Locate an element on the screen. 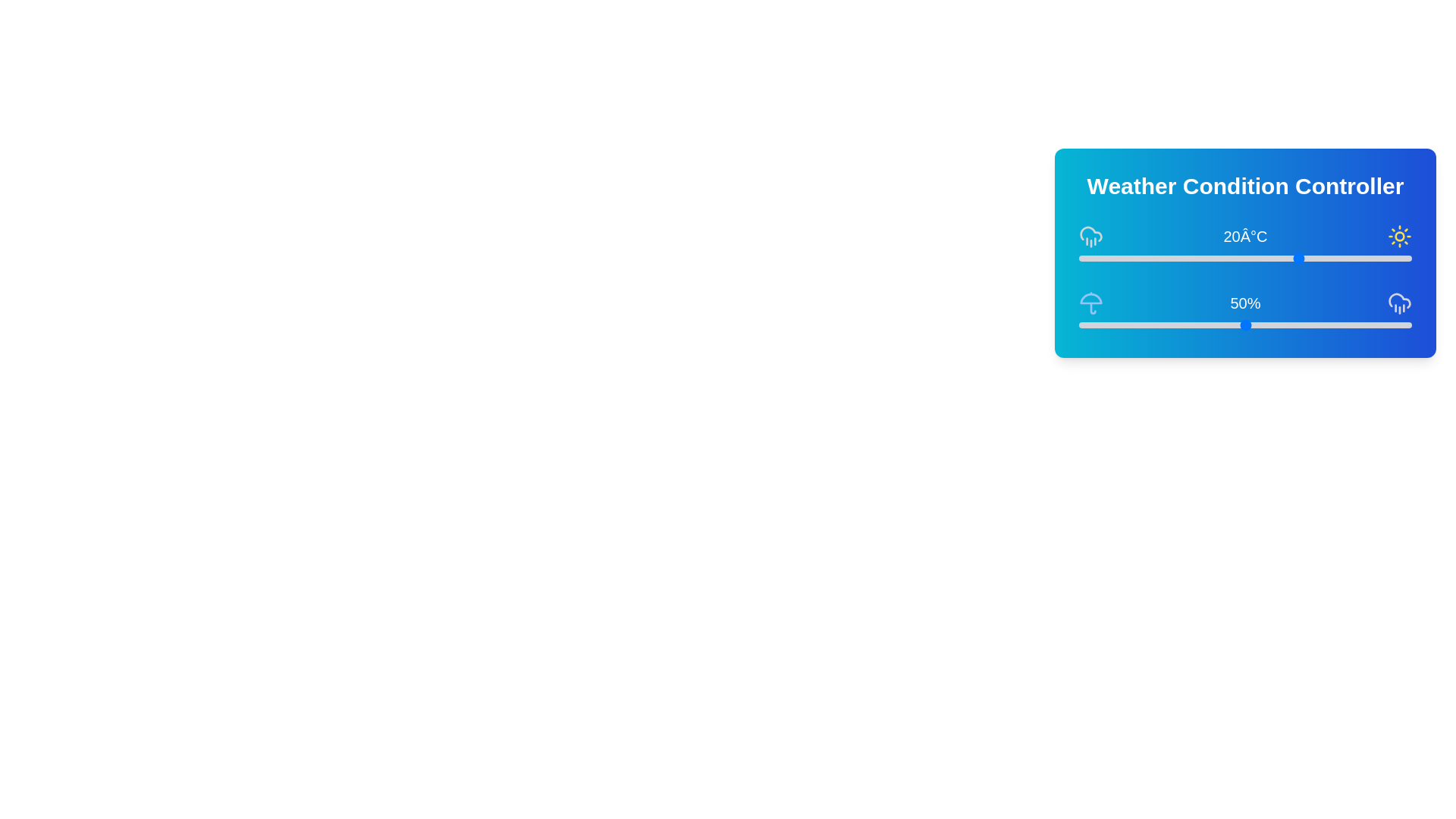 The width and height of the screenshot is (1456, 819). the precipitation slider to 5% is located at coordinates (1095, 324).